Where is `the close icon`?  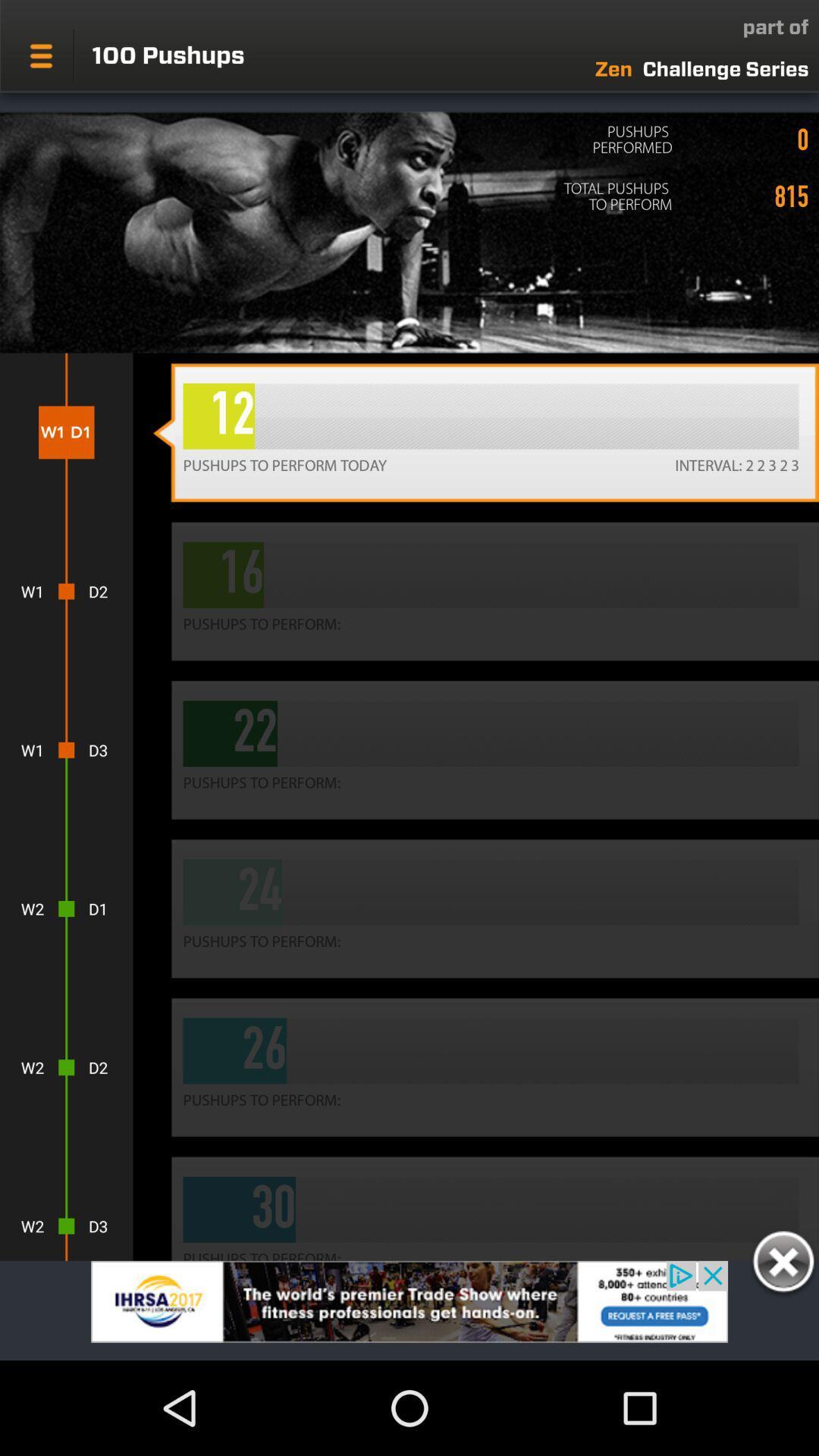 the close icon is located at coordinates (783, 1264).